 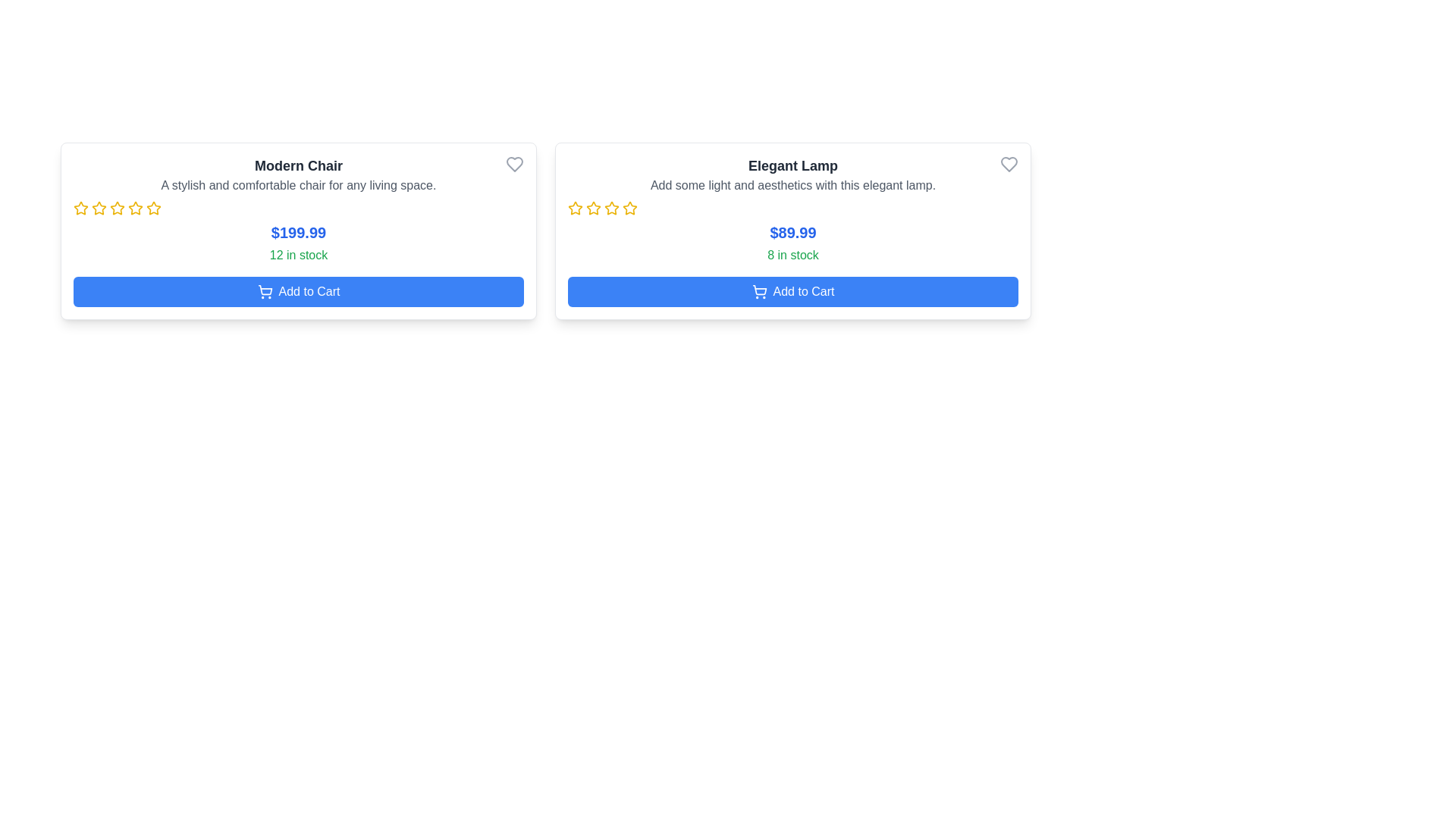 I want to click on the price display of the 'Elegant Lamp' card, which is styled in a large, bold, blue font and positioned below the description text and star icons, so click(x=792, y=233).